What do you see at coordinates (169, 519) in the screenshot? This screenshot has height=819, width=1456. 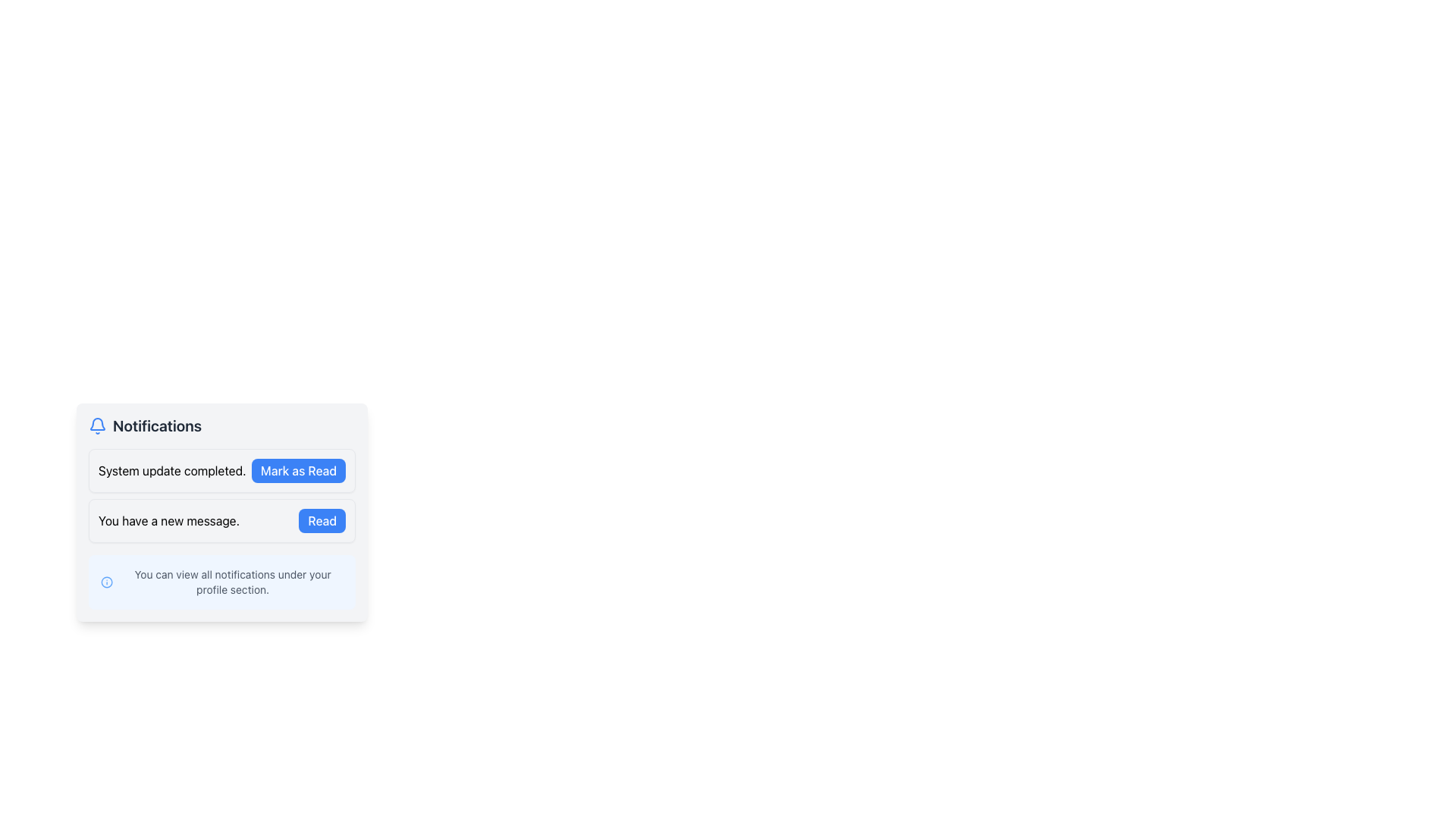 I see `the static text label displaying 'You have a new message.' which is located in the second row of the notification card, preceding the 'Read' button` at bounding box center [169, 519].